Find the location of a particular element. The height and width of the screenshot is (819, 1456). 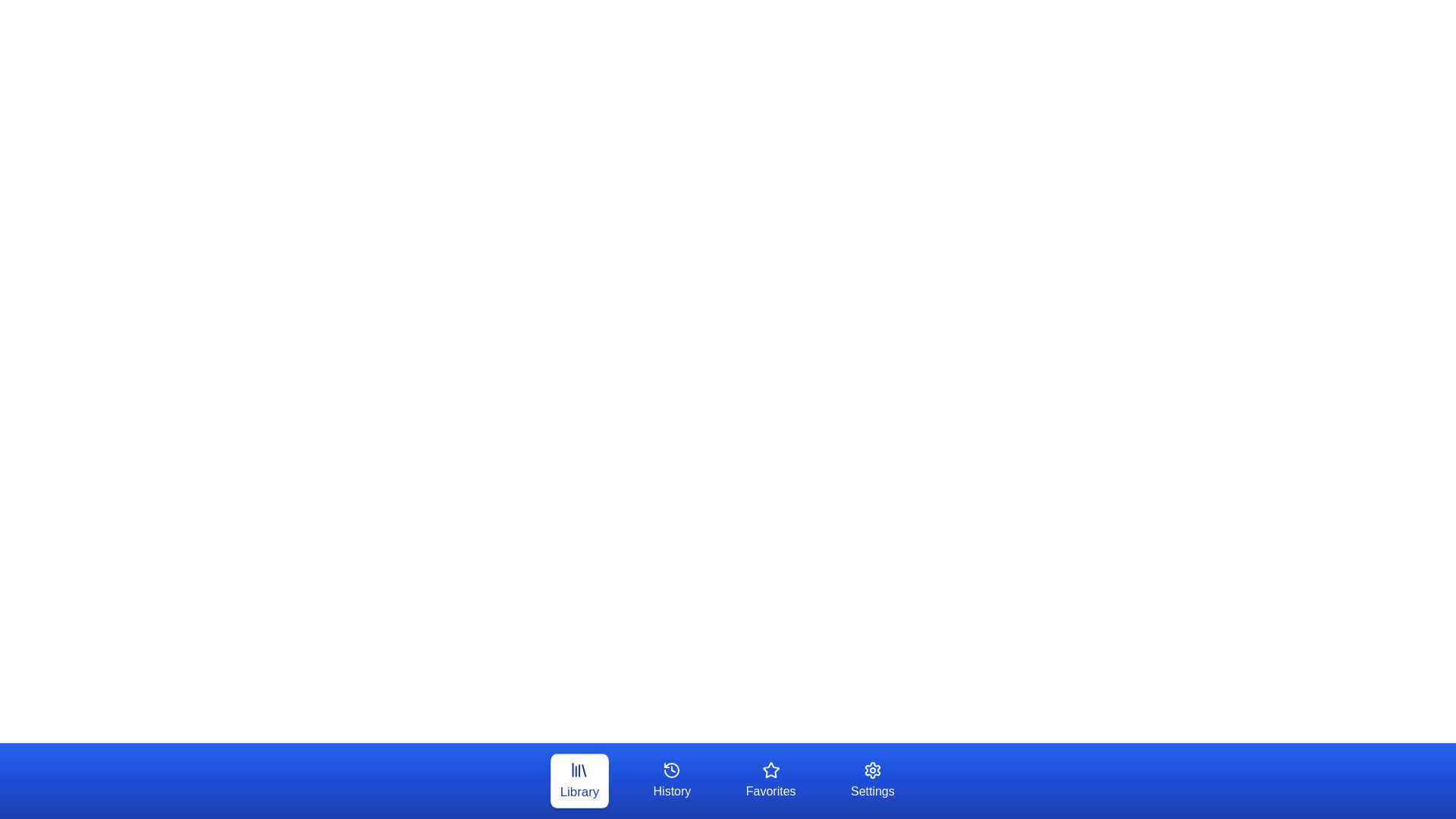

the button labeled Library is located at coordinates (579, 780).